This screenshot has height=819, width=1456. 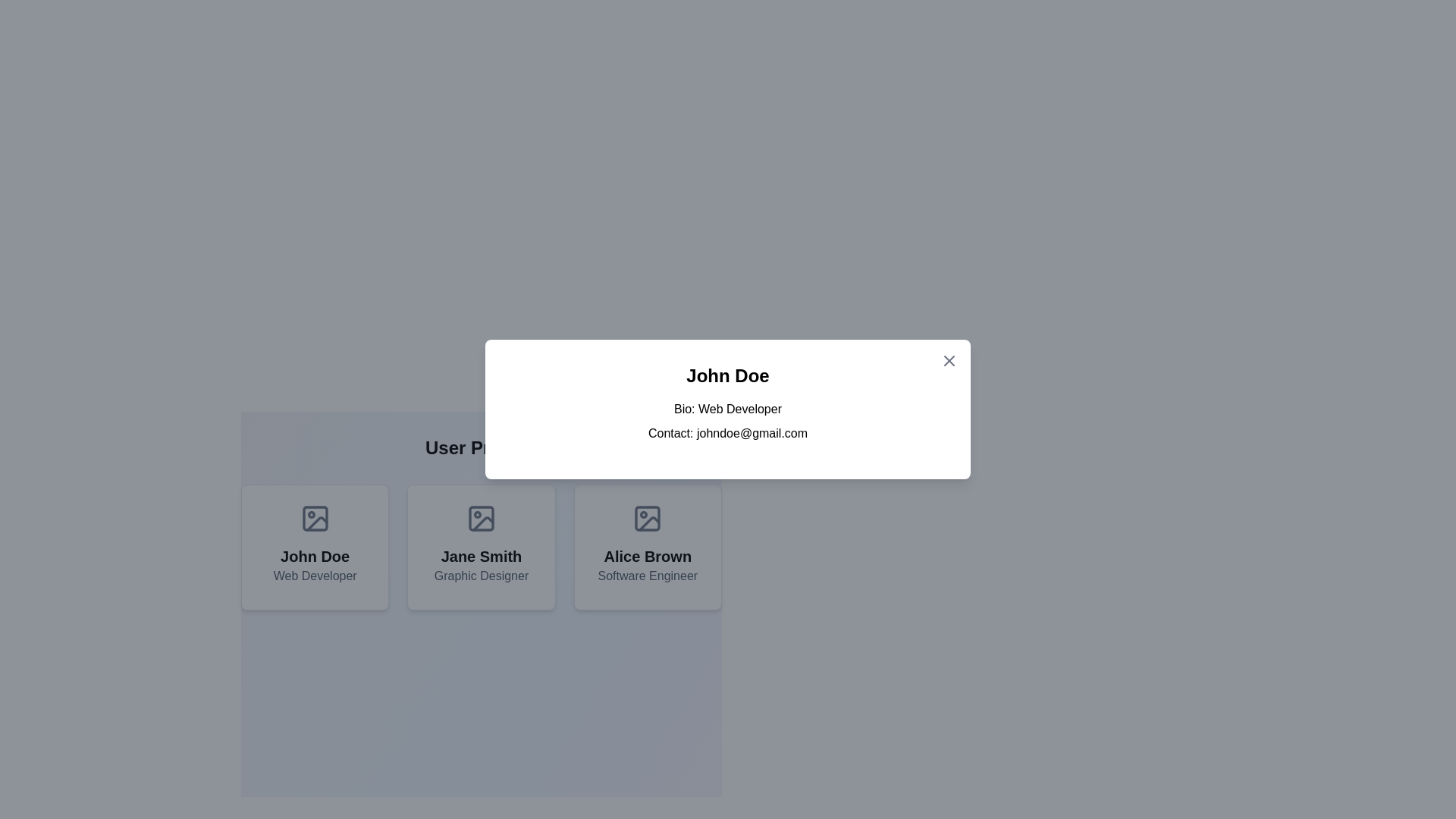 I want to click on the Profile card, which is the second card in a row of three, so click(x=480, y=547).